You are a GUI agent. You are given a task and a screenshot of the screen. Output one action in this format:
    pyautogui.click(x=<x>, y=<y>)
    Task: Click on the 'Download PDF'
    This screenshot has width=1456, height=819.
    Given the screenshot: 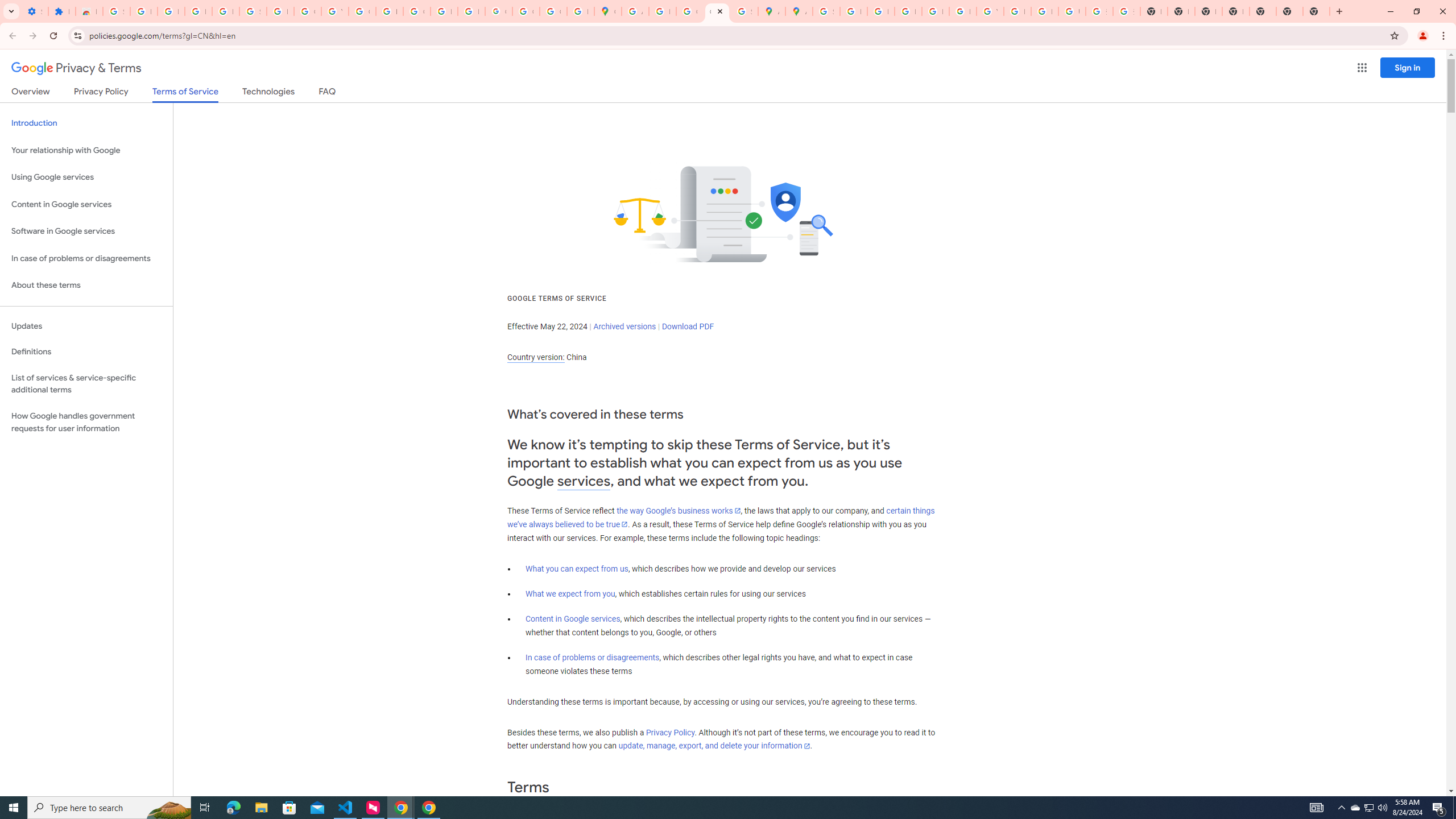 What is the action you would take?
    pyautogui.click(x=687, y=325)
    